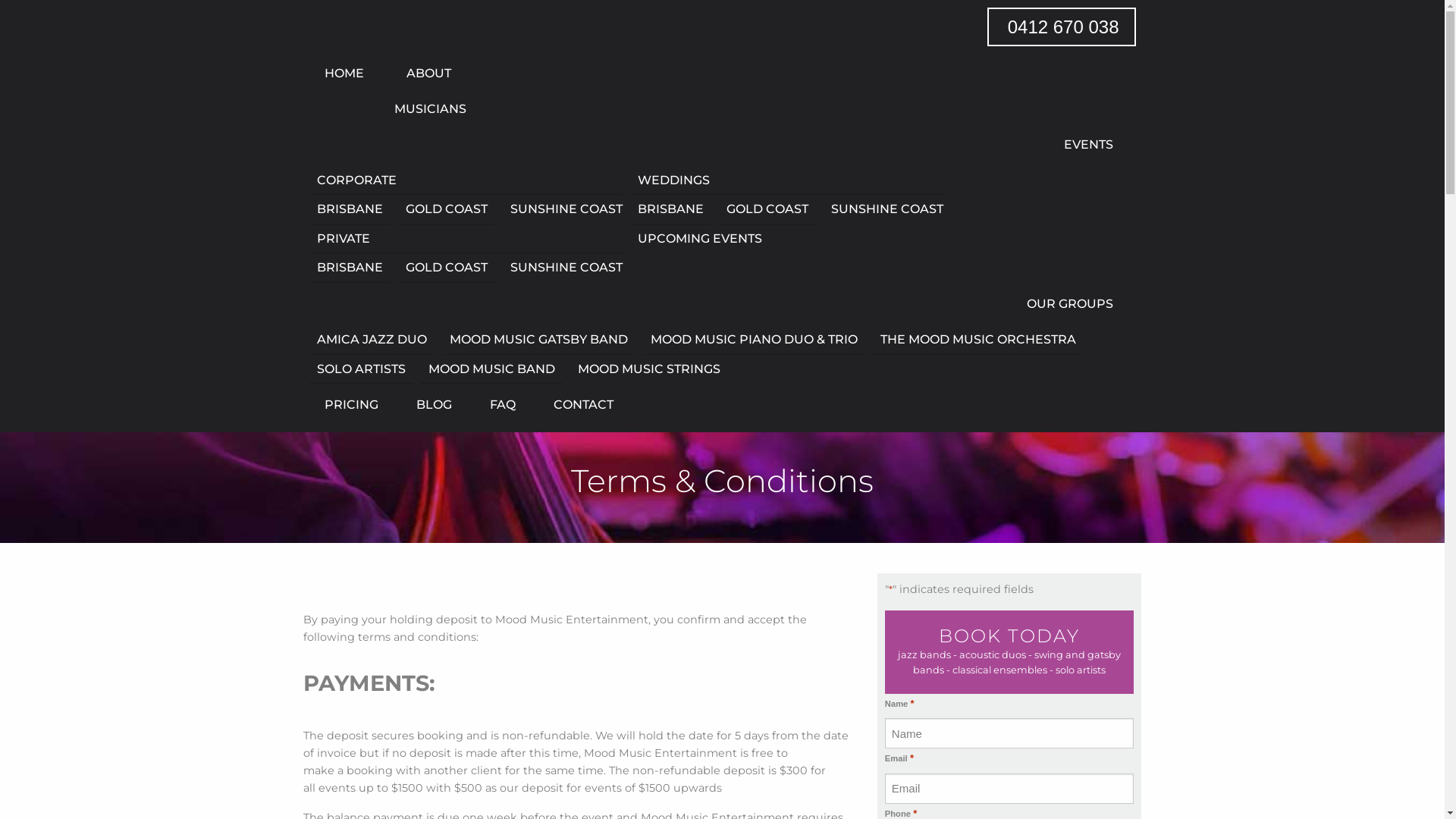 The width and height of the screenshot is (1456, 819). Describe the element at coordinates (873, 339) in the screenshot. I see `'THE MOOD MUSIC ORCHESTRA'` at that location.